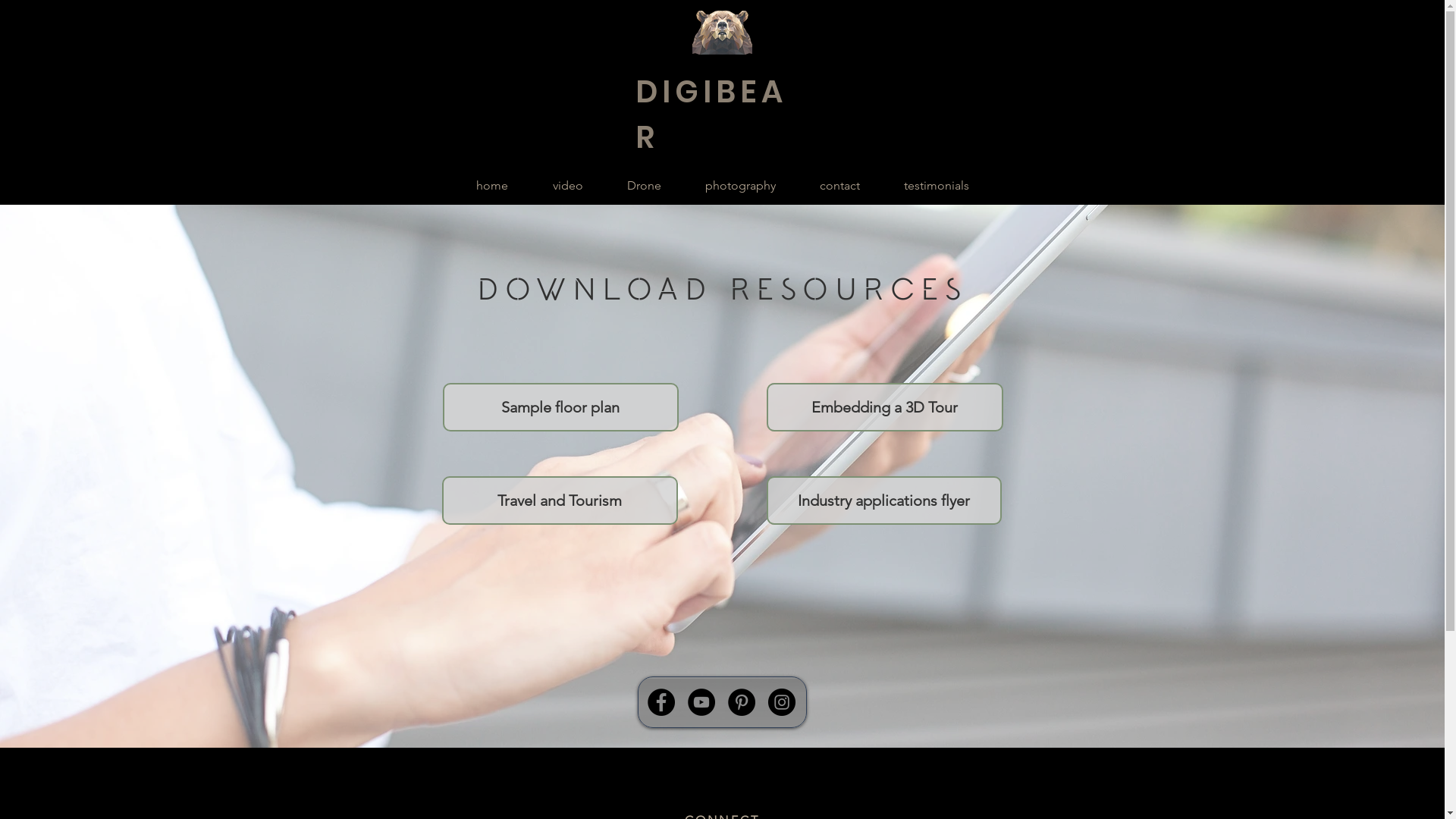 The width and height of the screenshot is (1456, 819). What do you see at coordinates (682, 185) in the screenshot?
I see `'photography'` at bounding box center [682, 185].